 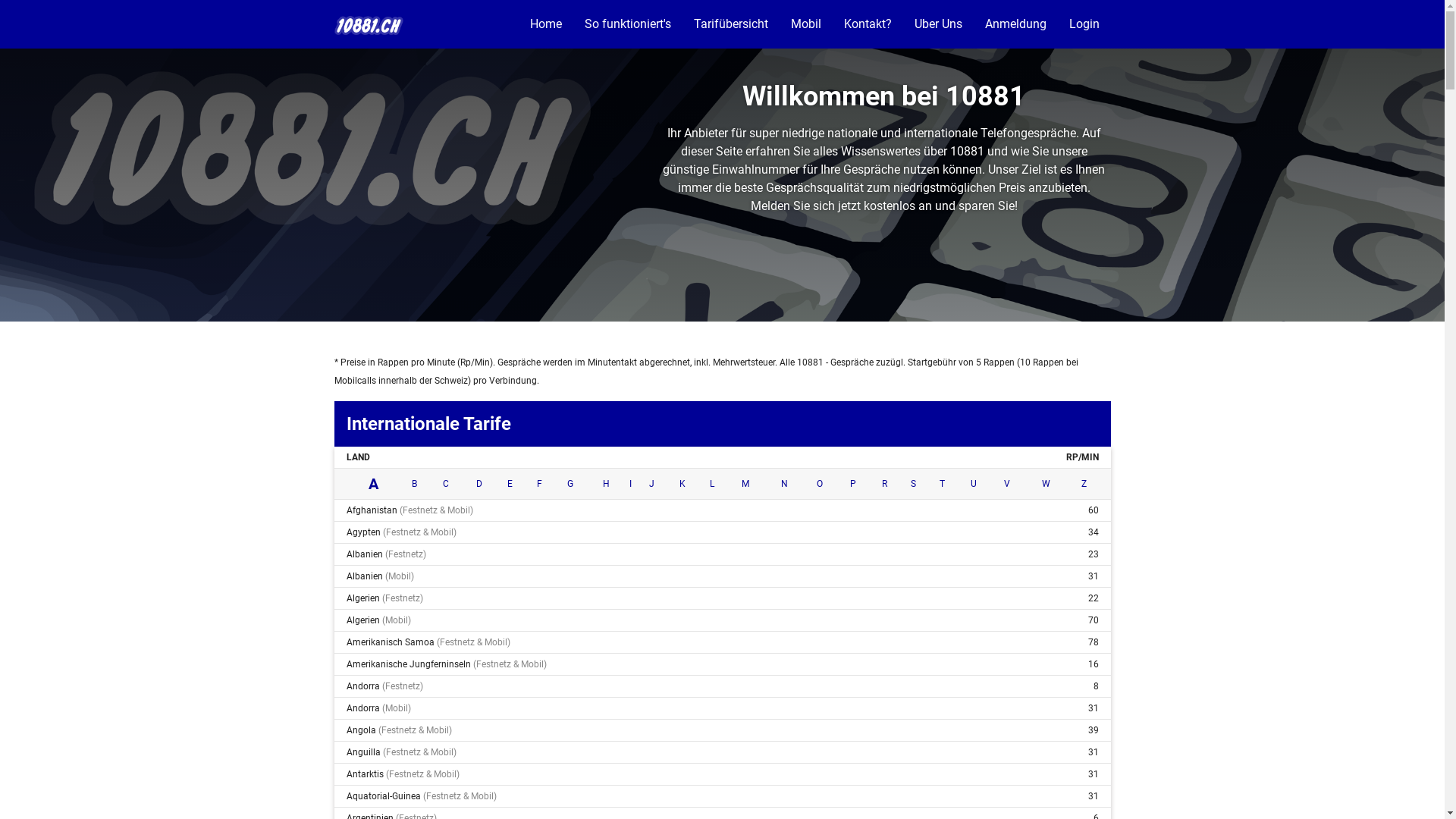 What do you see at coordinates (971, 483) in the screenshot?
I see `'U'` at bounding box center [971, 483].